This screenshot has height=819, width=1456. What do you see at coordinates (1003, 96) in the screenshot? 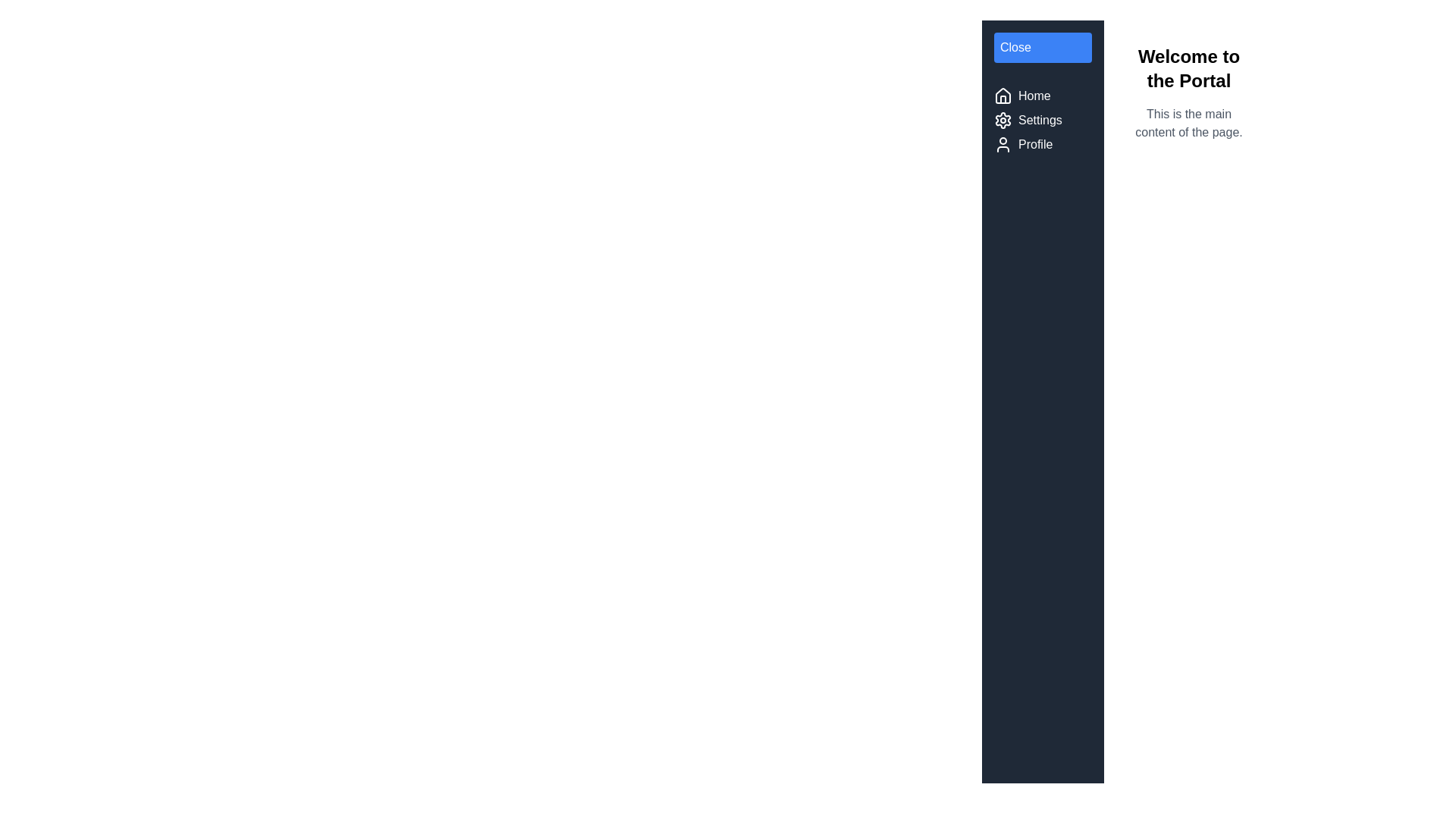
I see `the 'Home' icon in the vertical navigation menu` at bounding box center [1003, 96].